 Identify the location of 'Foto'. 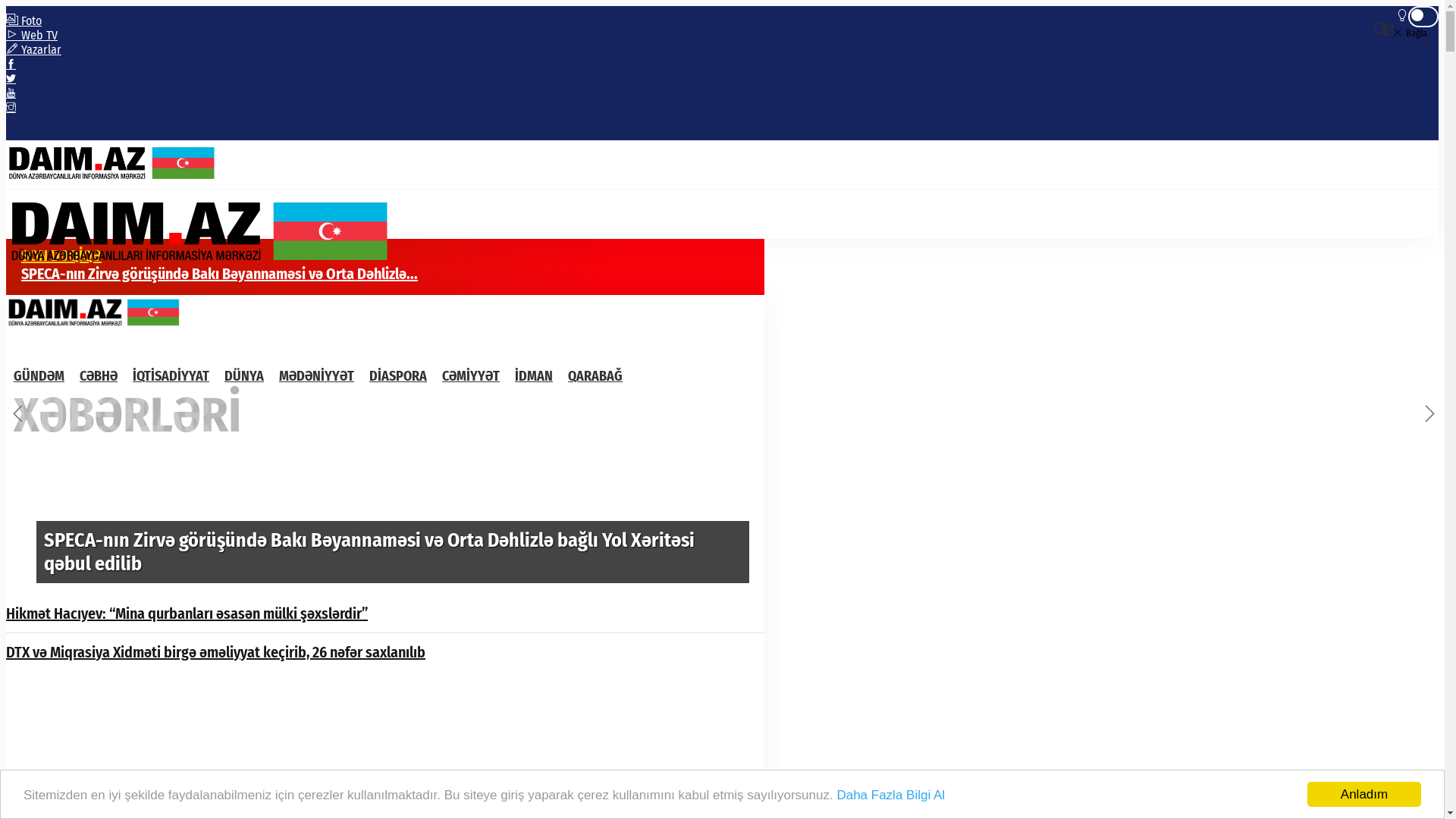
(24, 20).